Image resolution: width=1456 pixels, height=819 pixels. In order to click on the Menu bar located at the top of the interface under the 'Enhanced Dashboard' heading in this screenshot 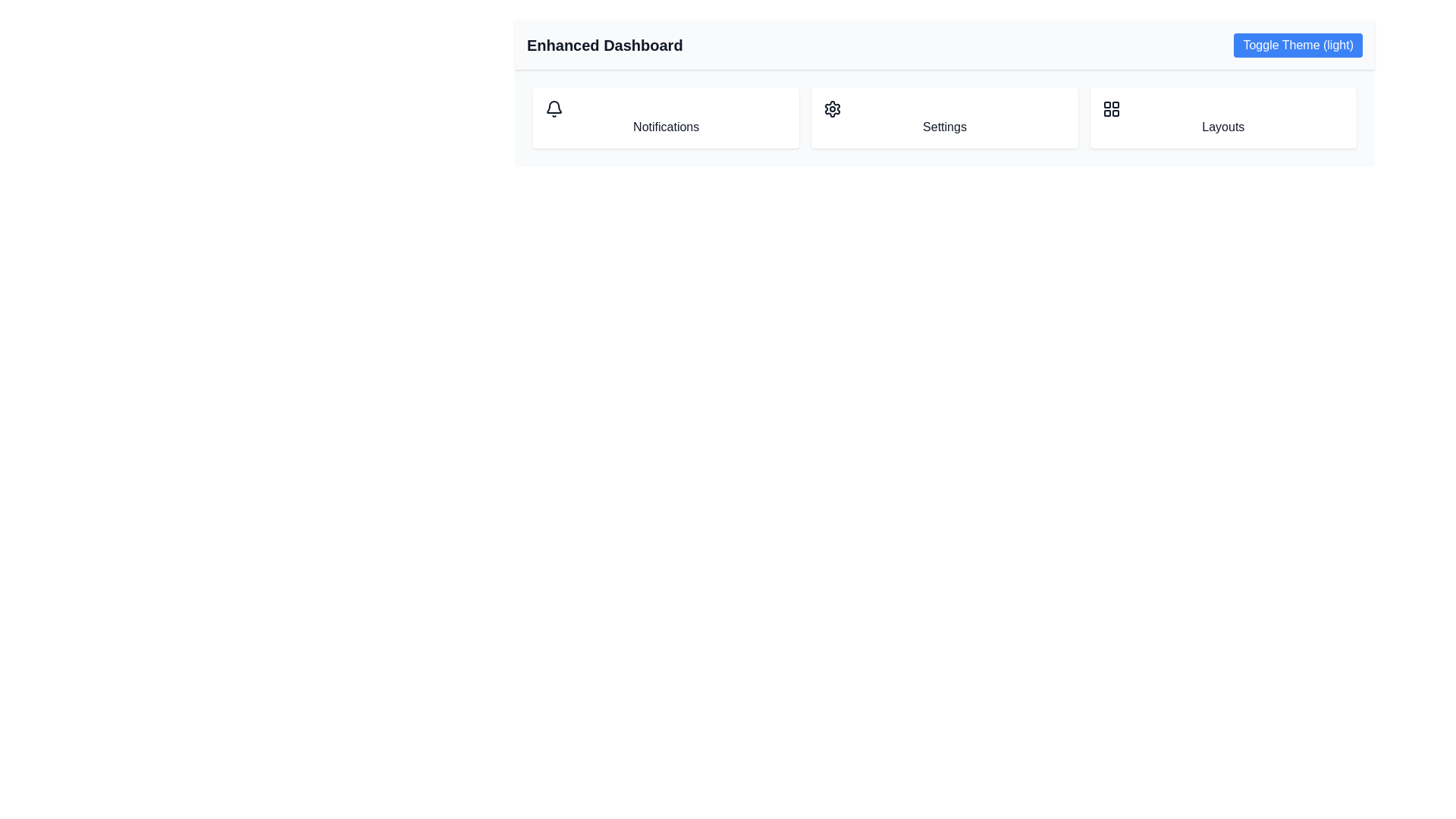, I will do `click(944, 117)`.